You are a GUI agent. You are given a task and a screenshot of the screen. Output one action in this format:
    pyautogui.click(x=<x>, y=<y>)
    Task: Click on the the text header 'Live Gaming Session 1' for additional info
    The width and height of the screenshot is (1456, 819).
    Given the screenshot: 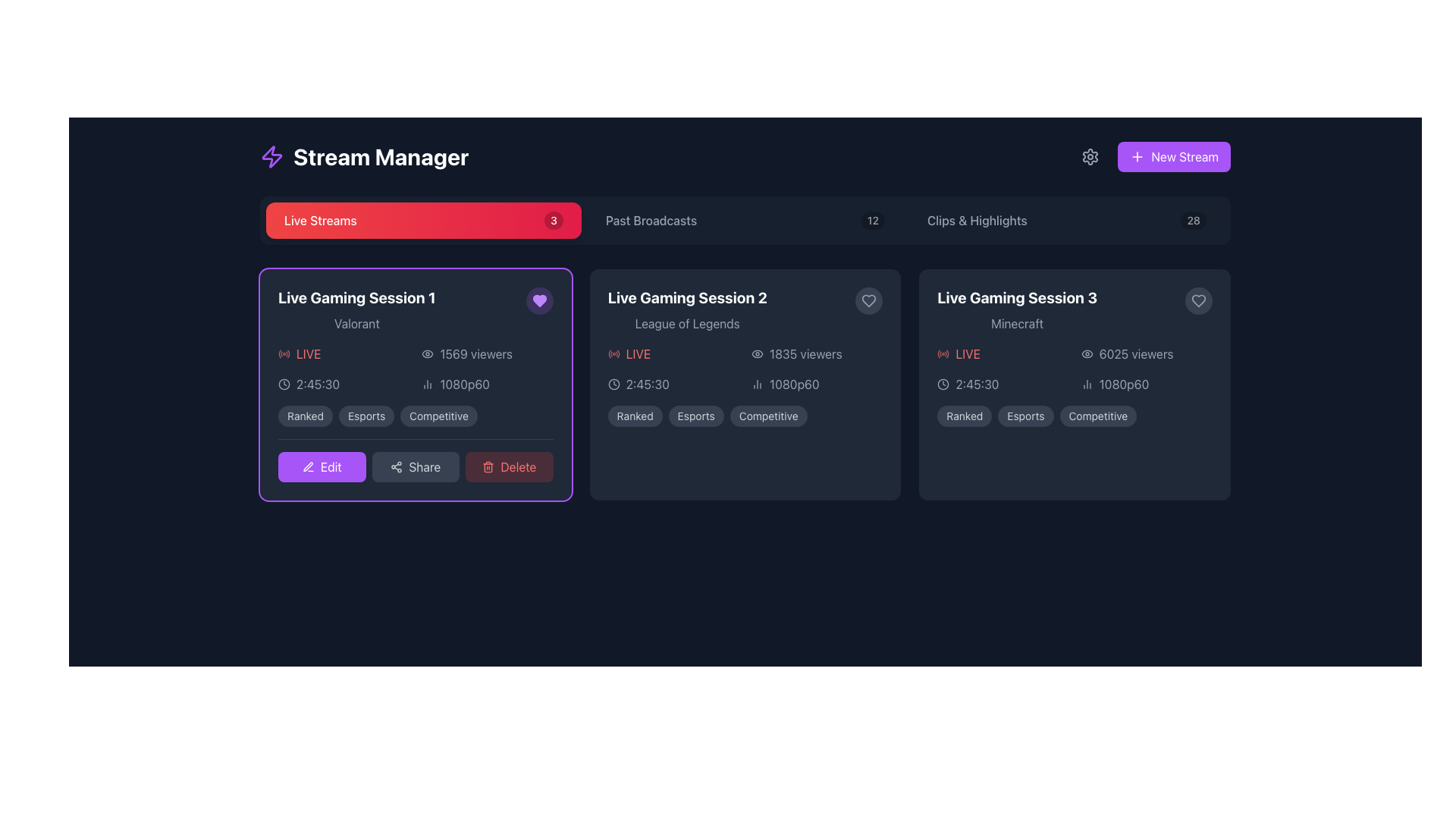 What is the action you would take?
    pyautogui.click(x=416, y=309)
    